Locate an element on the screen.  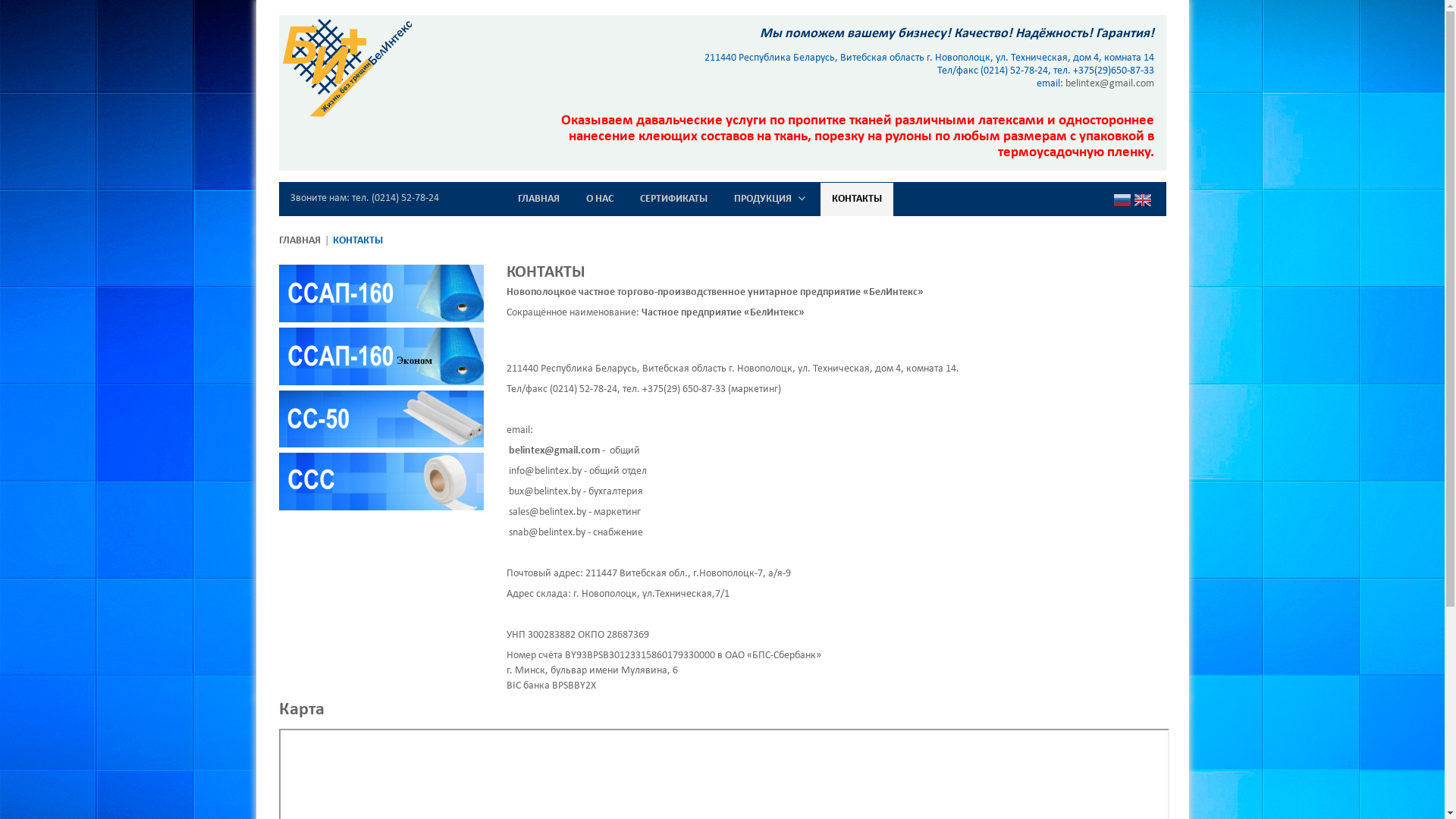
'info@belintex.by' is located at coordinates (508, 470).